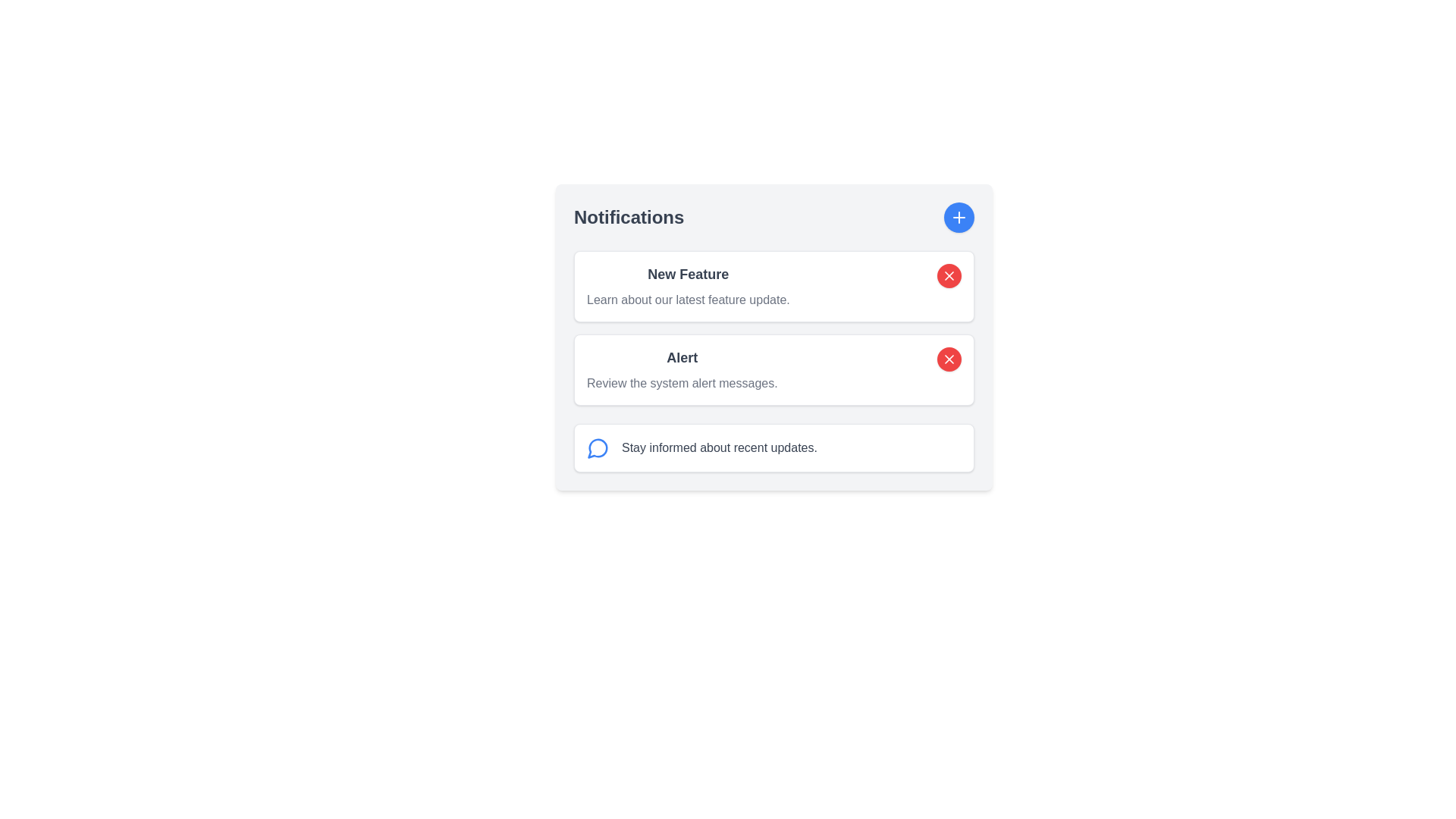 Image resolution: width=1456 pixels, height=819 pixels. I want to click on the text component displaying 'Review the system alert messages.' styled in gray, which is located under the 'Alert' heading in the notification card, so click(681, 382).